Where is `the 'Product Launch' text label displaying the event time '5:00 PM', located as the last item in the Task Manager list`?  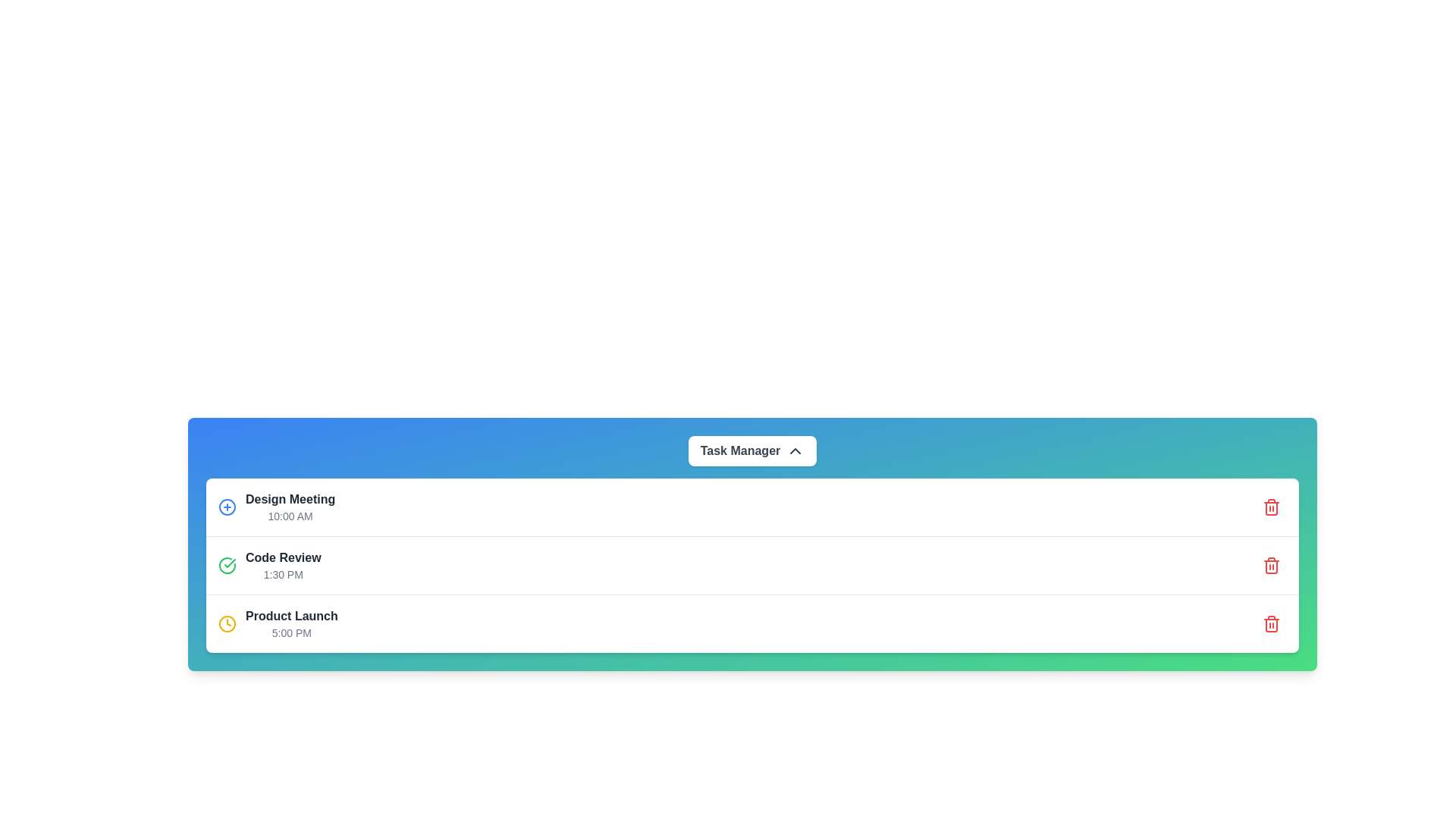 the 'Product Launch' text label displaying the event time '5:00 PM', located as the last item in the Task Manager list is located at coordinates (291, 623).